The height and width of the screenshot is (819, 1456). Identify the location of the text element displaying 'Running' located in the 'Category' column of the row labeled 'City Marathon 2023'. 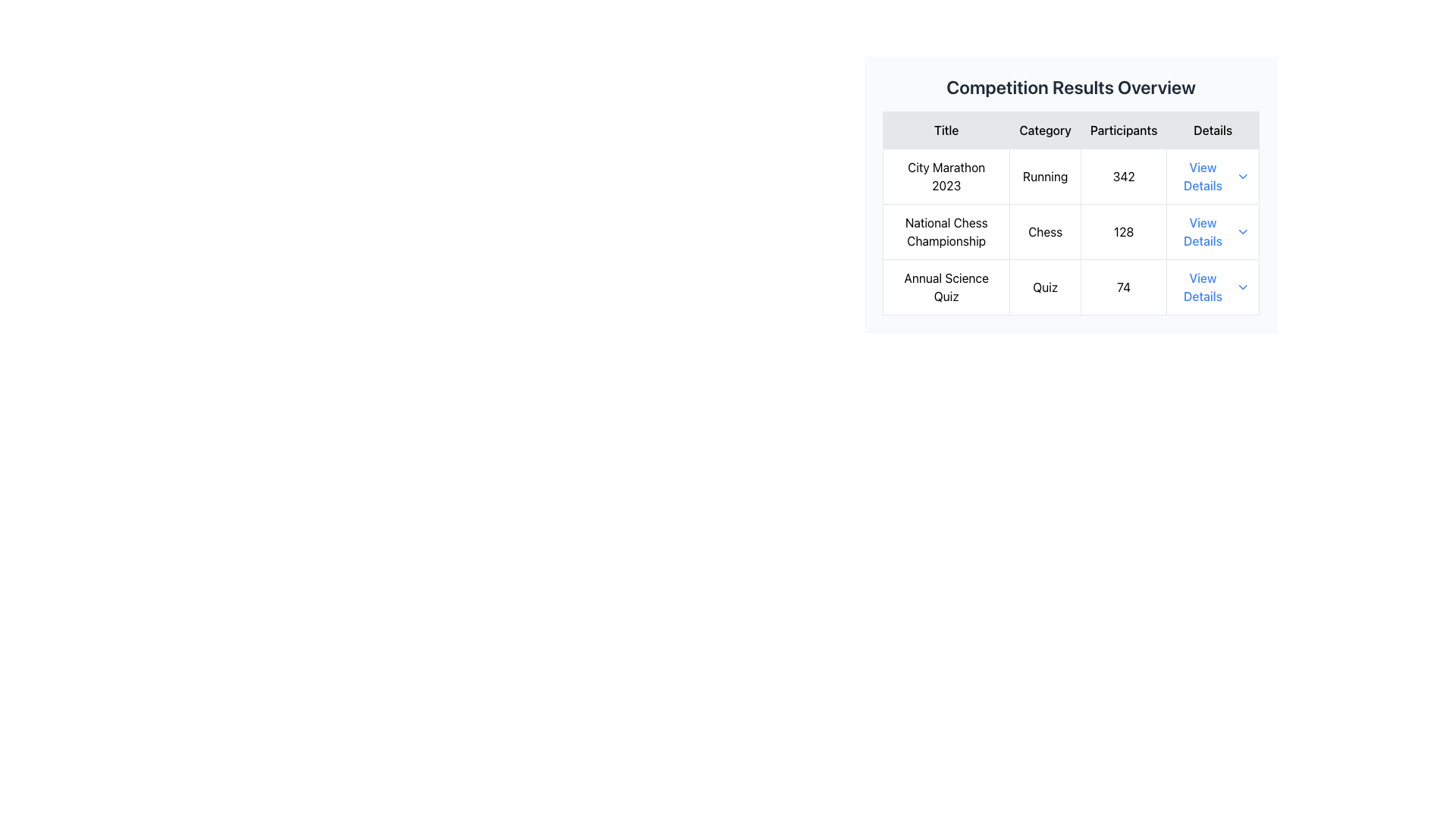
(1044, 175).